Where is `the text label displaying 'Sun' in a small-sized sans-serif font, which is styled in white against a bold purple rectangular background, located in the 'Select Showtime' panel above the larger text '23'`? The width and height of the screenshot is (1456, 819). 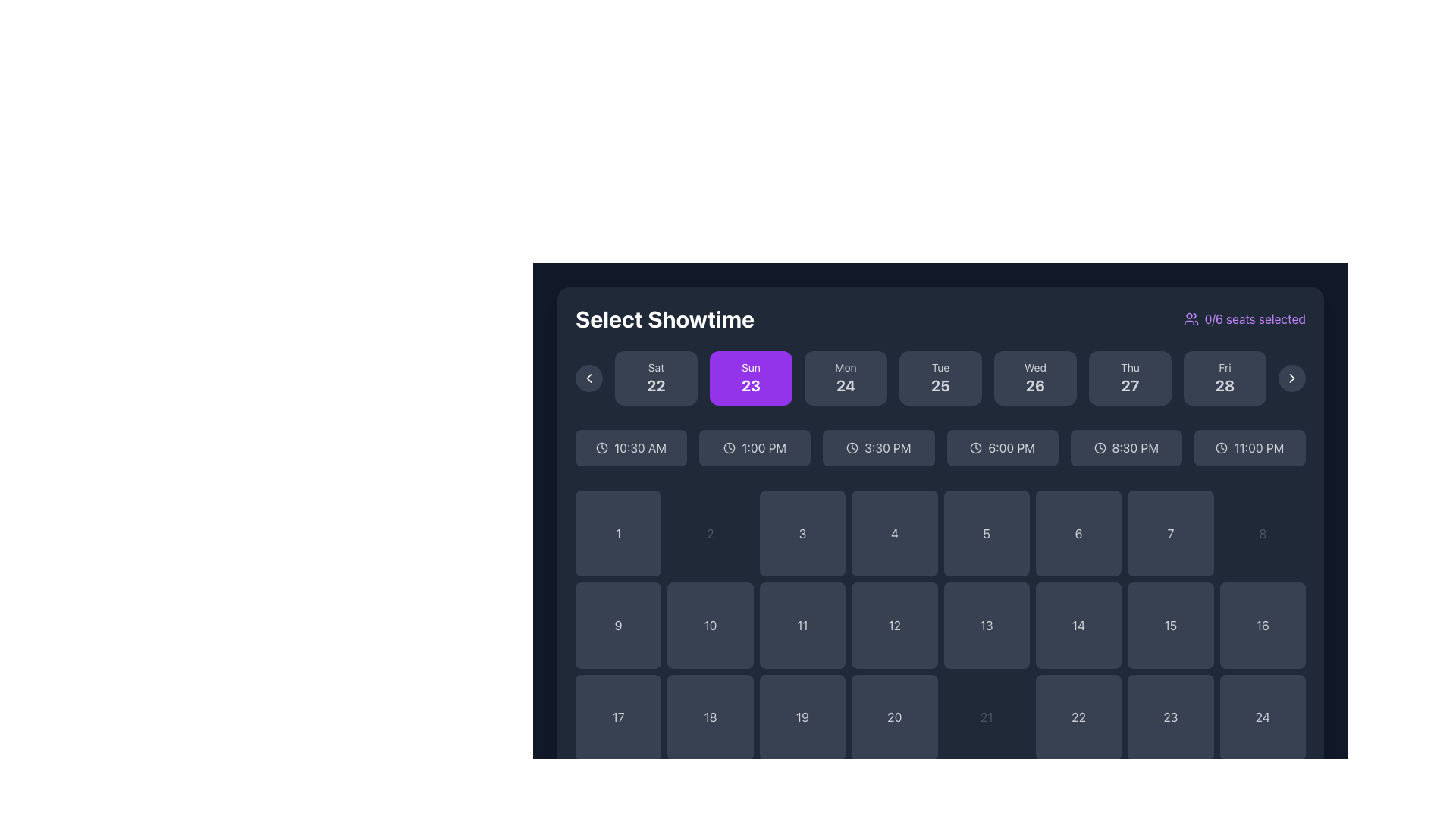 the text label displaying 'Sun' in a small-sized sans-serif font, which is styled in white against a bold purple rectangular background, located in the 'Select Showtime' panel above the larger text '23' is located at coordinates (751, 368).